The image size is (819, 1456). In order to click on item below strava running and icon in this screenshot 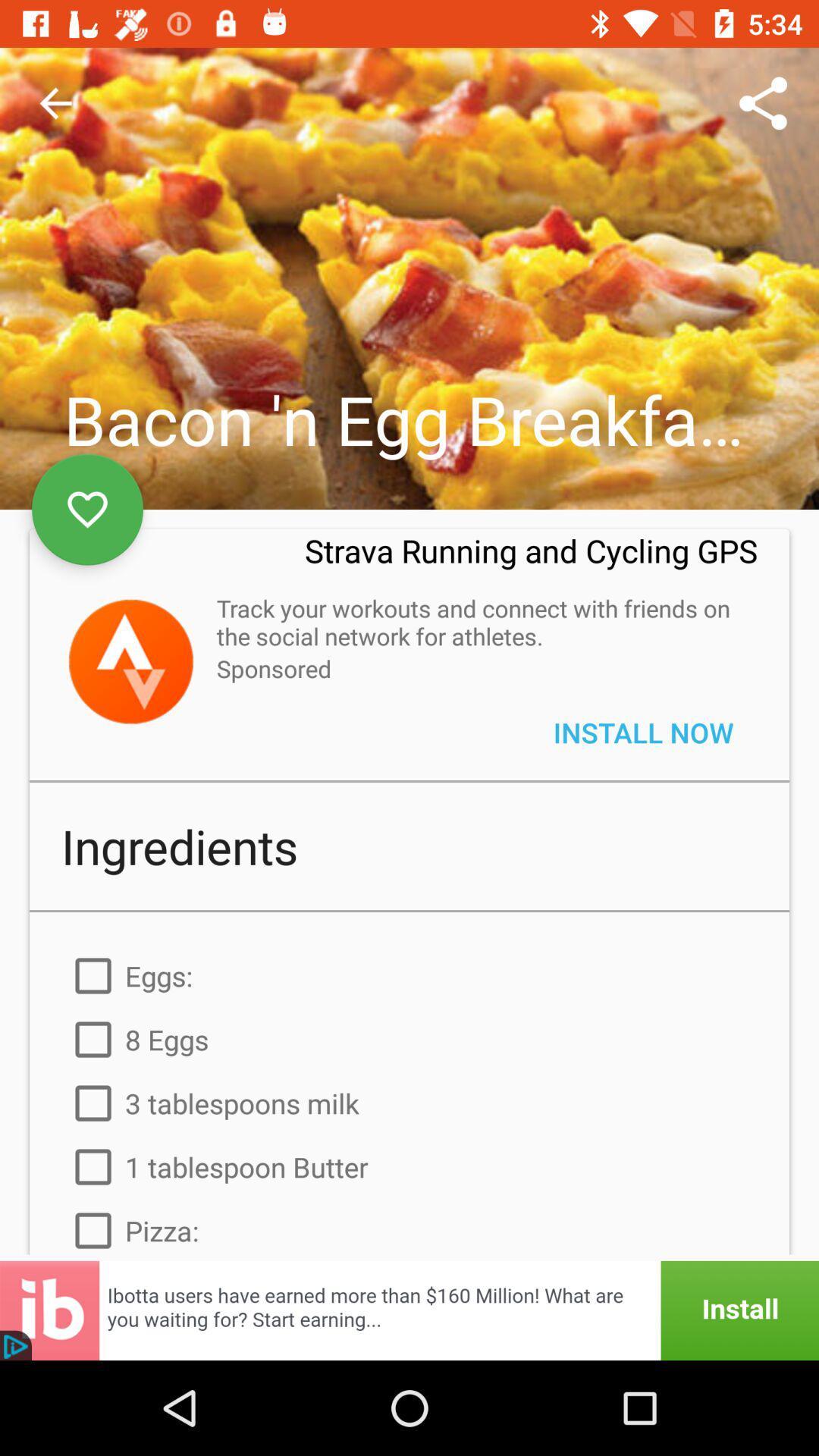, I will do `click(479, 622)`.